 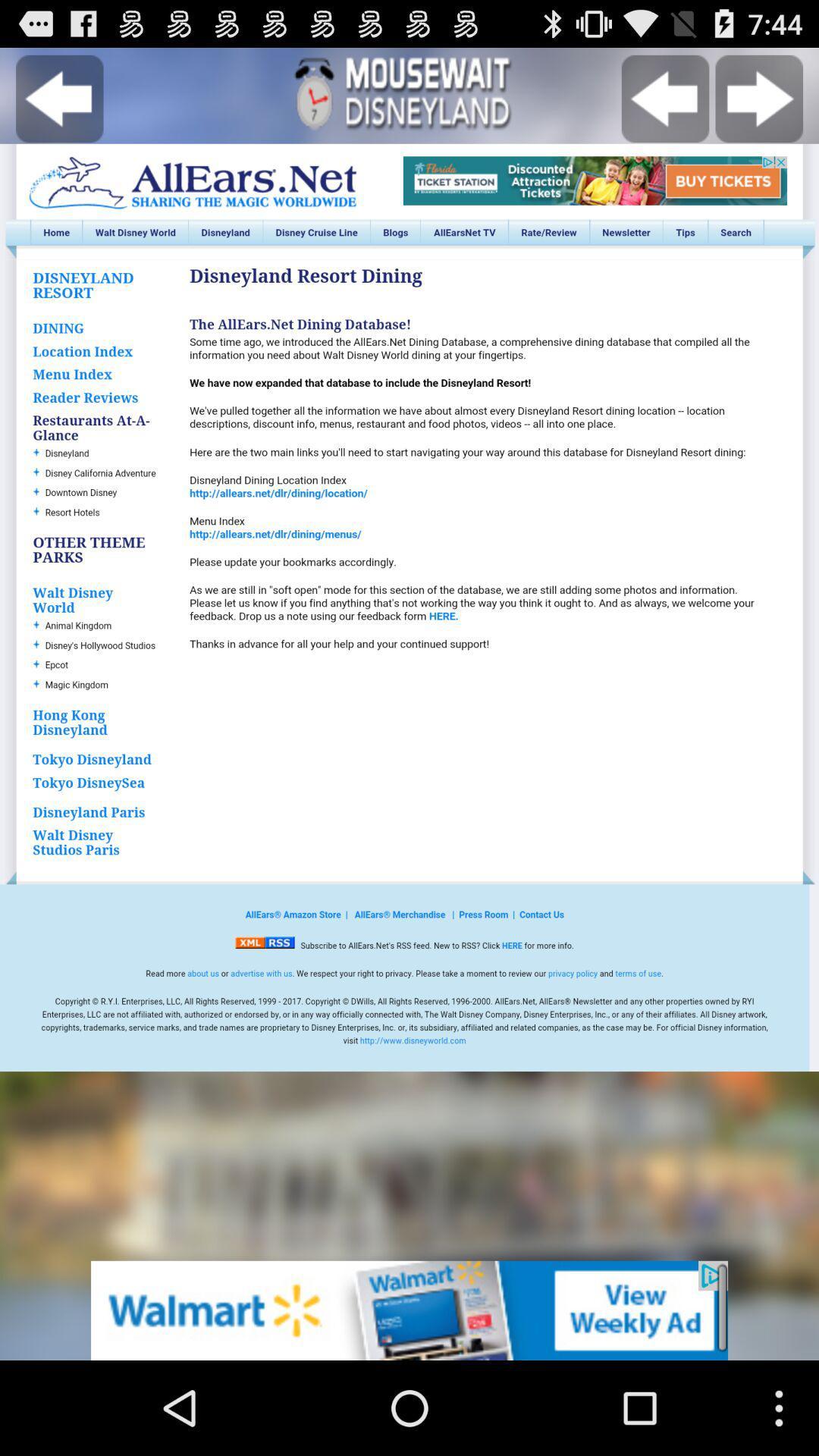 What do you see at coordinates (409, 1310) in the screenshot?
I see `see advertisement` at bounding box center [409, 1310].